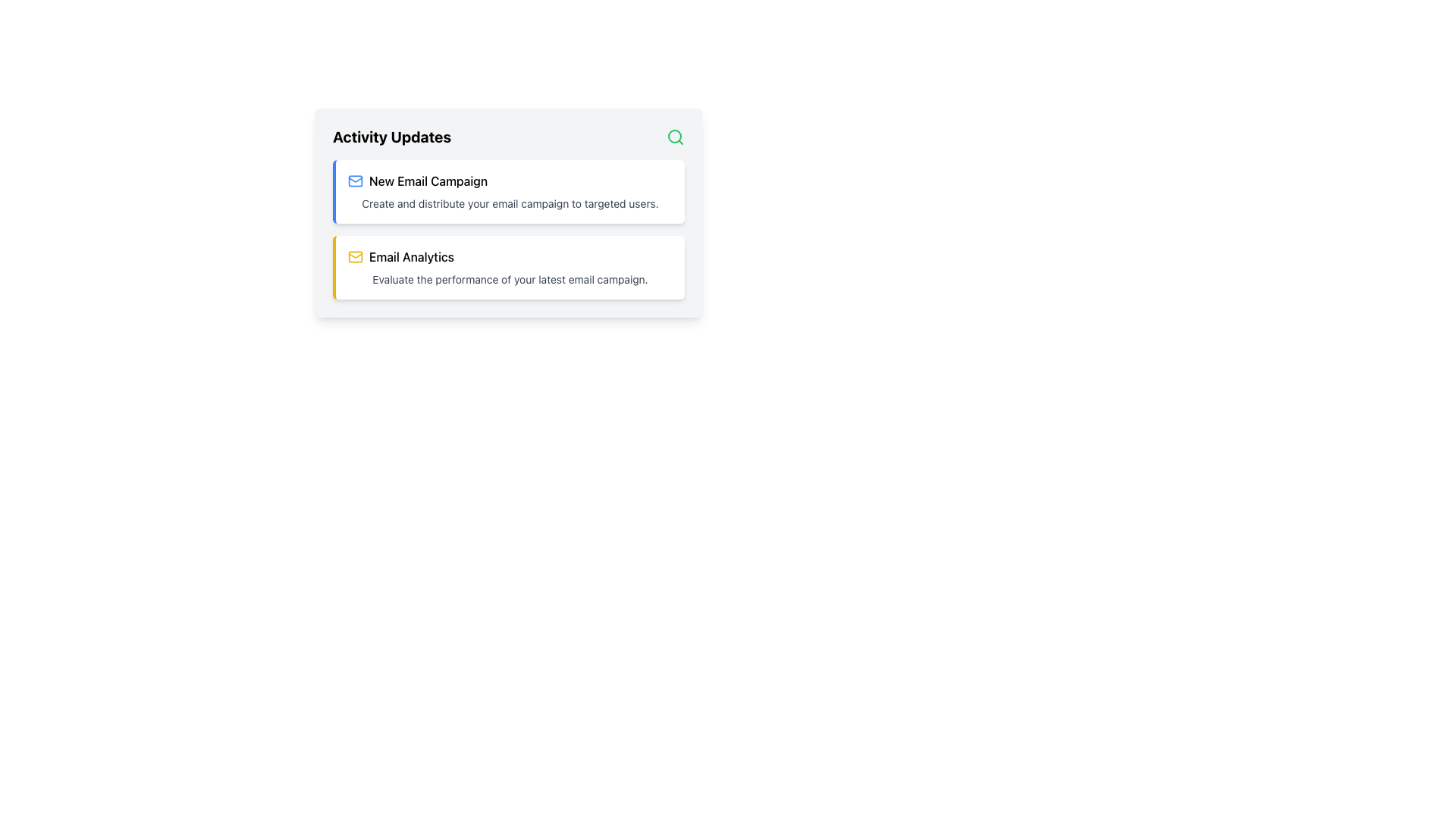  Describe the element at coordinates (355, 180) in the screenshot. I see `the blue rectangular envelope icon located to the left of the 'New Email Campaign' text in the 'Activity Updates' section` at that location.